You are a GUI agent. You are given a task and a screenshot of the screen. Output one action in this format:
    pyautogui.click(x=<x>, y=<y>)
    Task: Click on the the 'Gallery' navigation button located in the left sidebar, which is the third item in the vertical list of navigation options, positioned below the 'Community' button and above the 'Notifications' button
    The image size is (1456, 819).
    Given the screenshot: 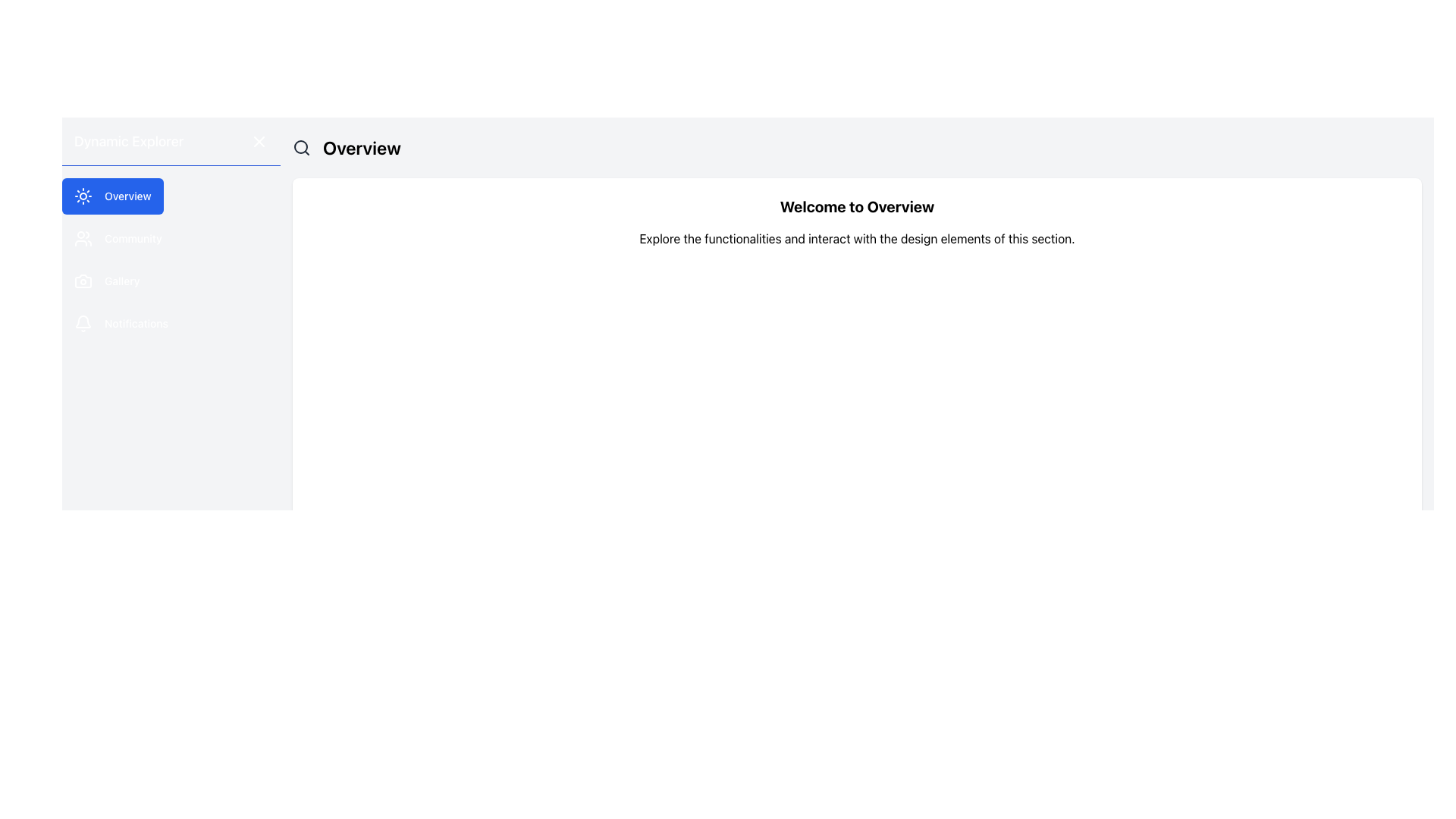 What is the action you would take?
    pyautogui.click(x=106, y=281)
    